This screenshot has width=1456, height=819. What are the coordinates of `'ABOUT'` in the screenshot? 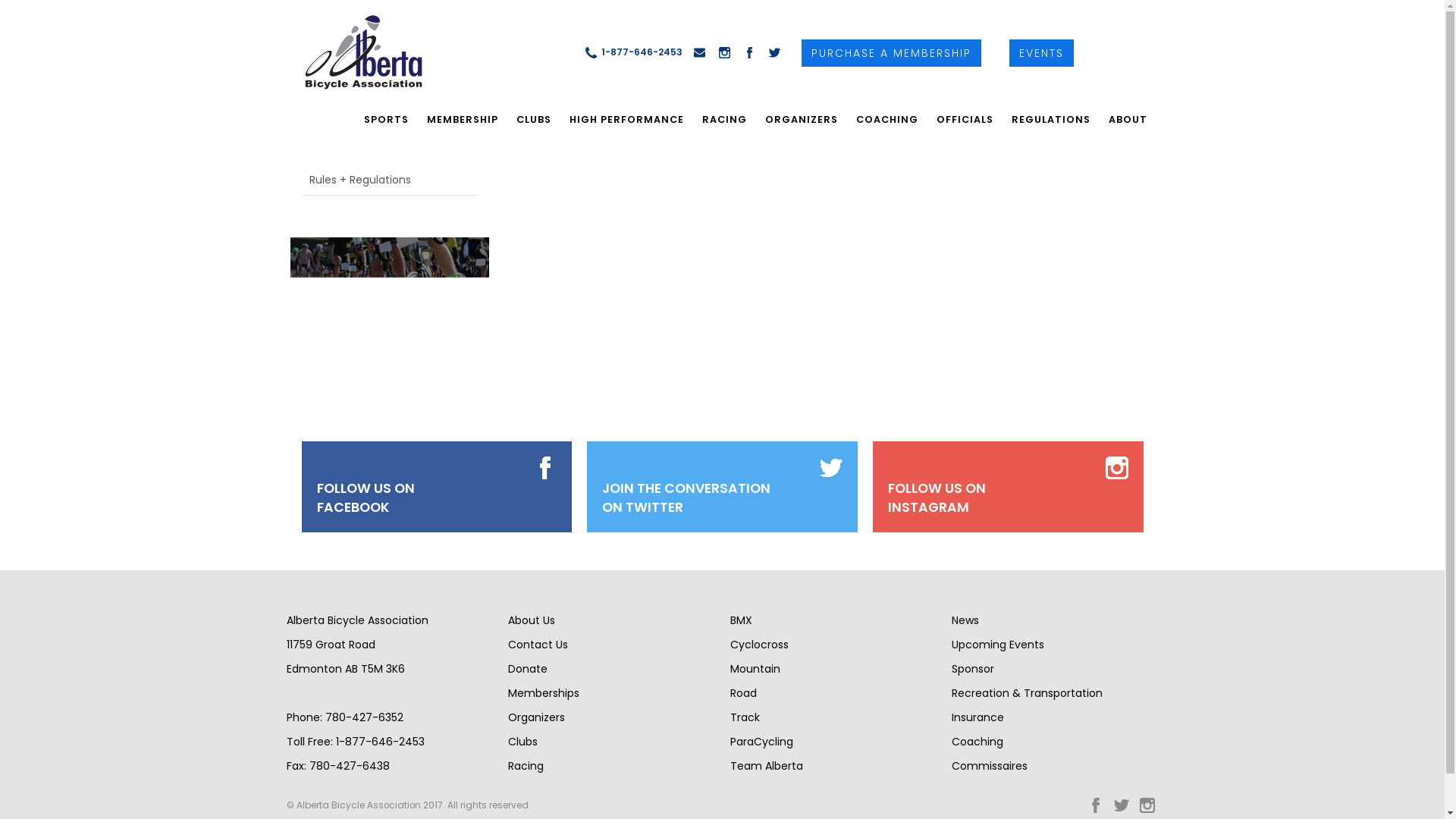 It's located at (1128, 119).